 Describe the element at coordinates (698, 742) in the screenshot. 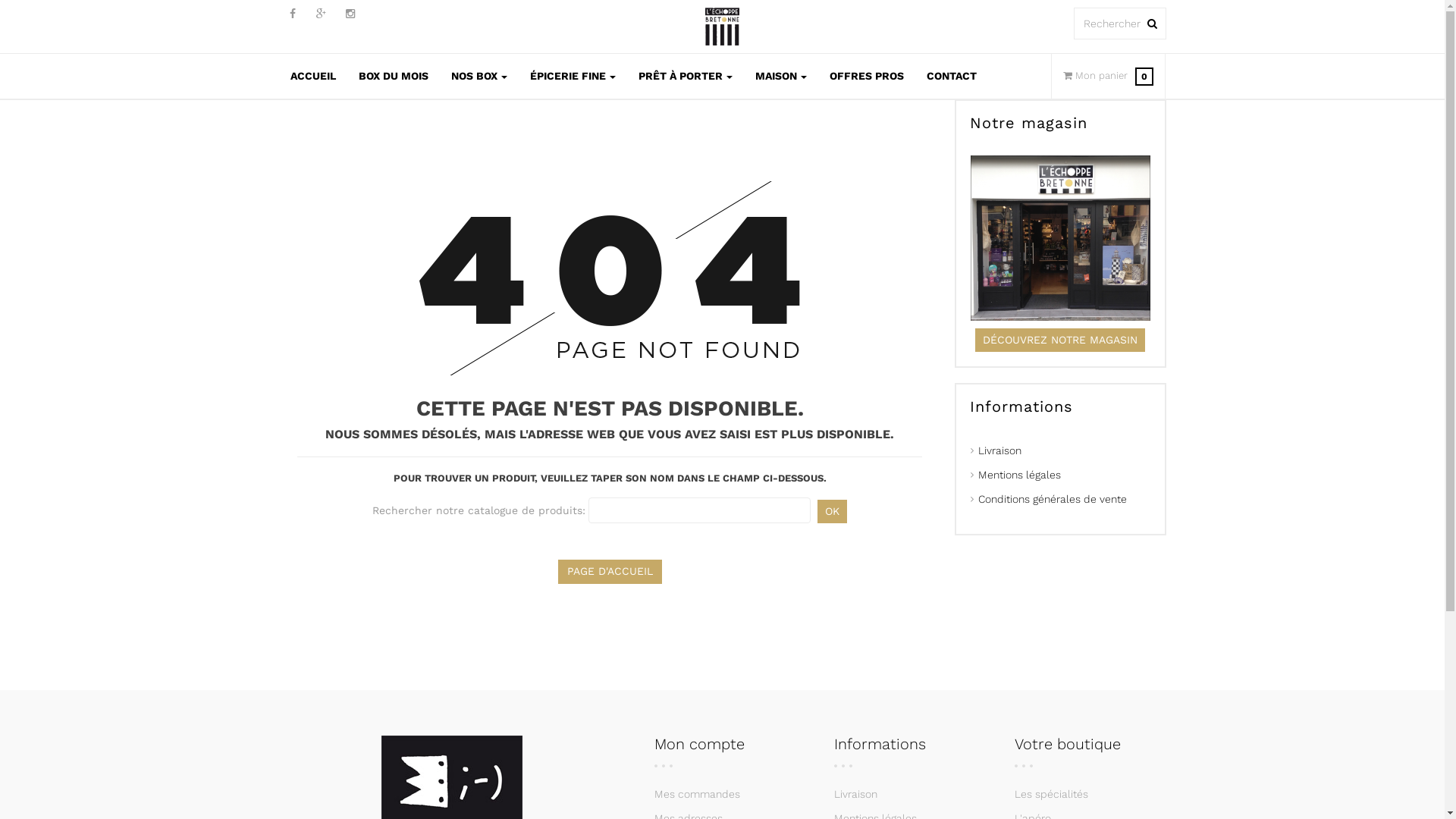

I see `'Mon compte'` at that location.